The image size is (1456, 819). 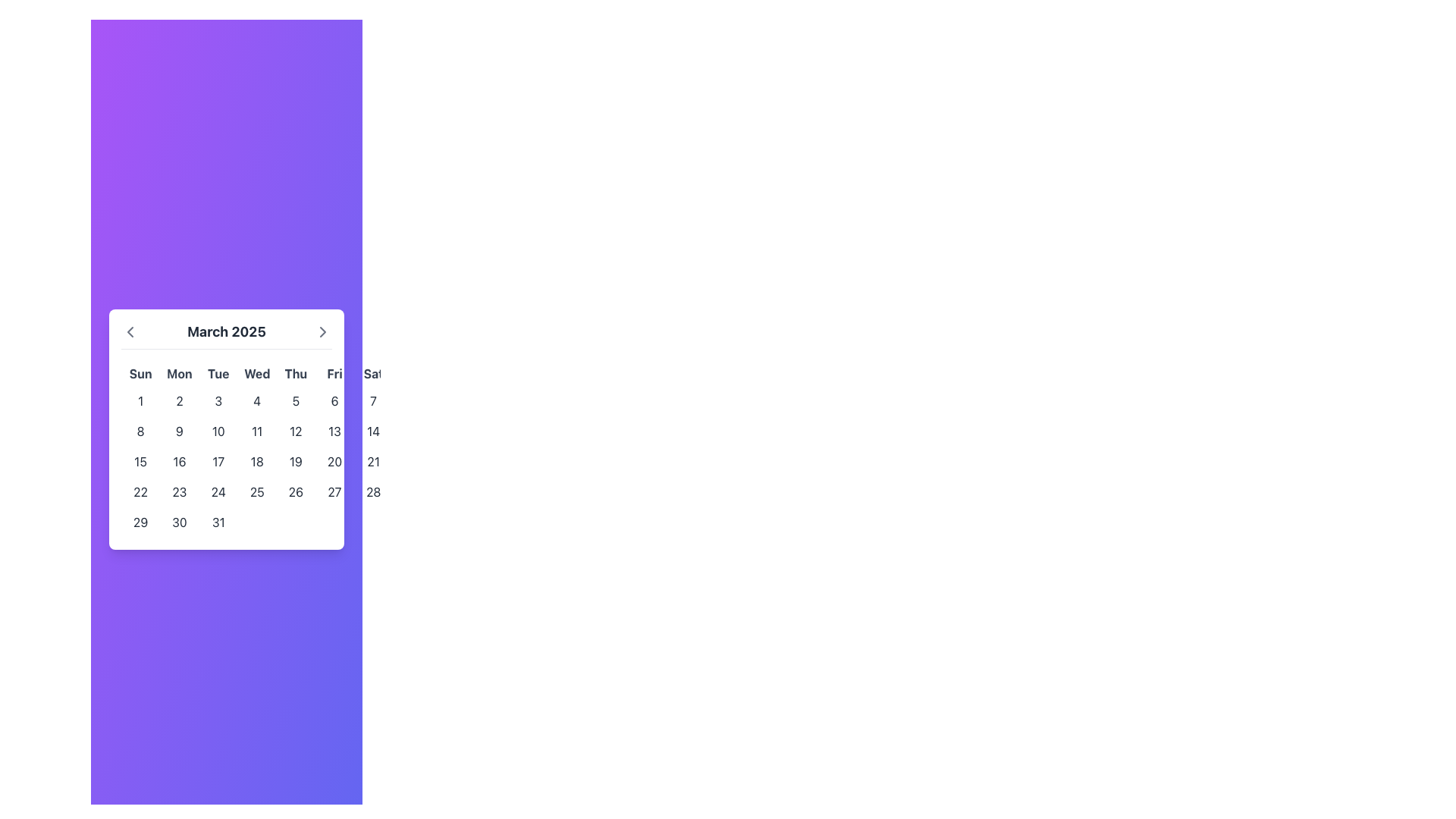 What do you see at coordinates (373, 491) in the screenshot?
I see `the text display element showing the number '28' in a bold and clear typography, styled with light gray color on a white background, located at the far right of the calendar interface` at bounding box center [373, 491].